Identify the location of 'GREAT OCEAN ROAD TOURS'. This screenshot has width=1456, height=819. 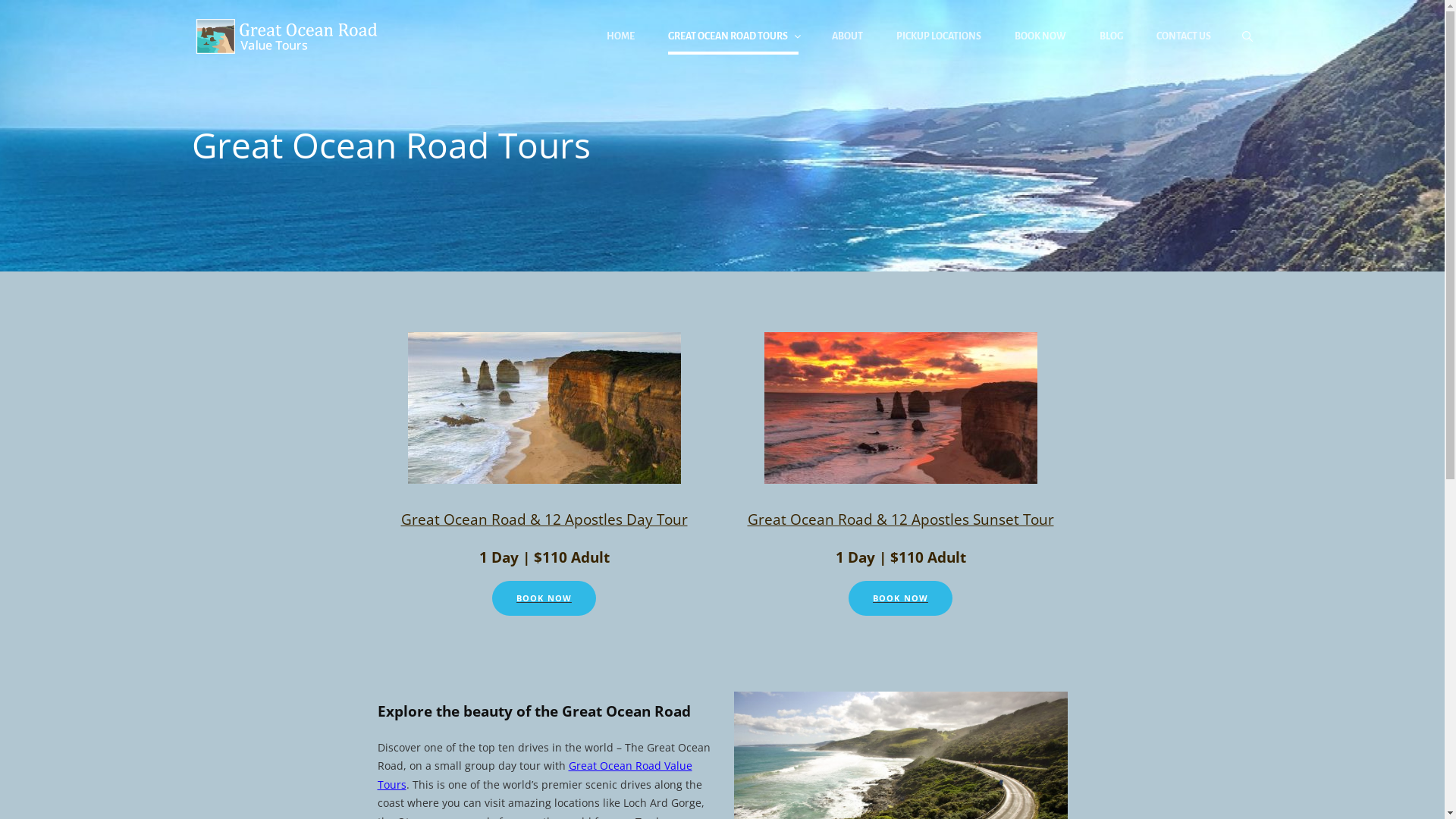
(732, 35).